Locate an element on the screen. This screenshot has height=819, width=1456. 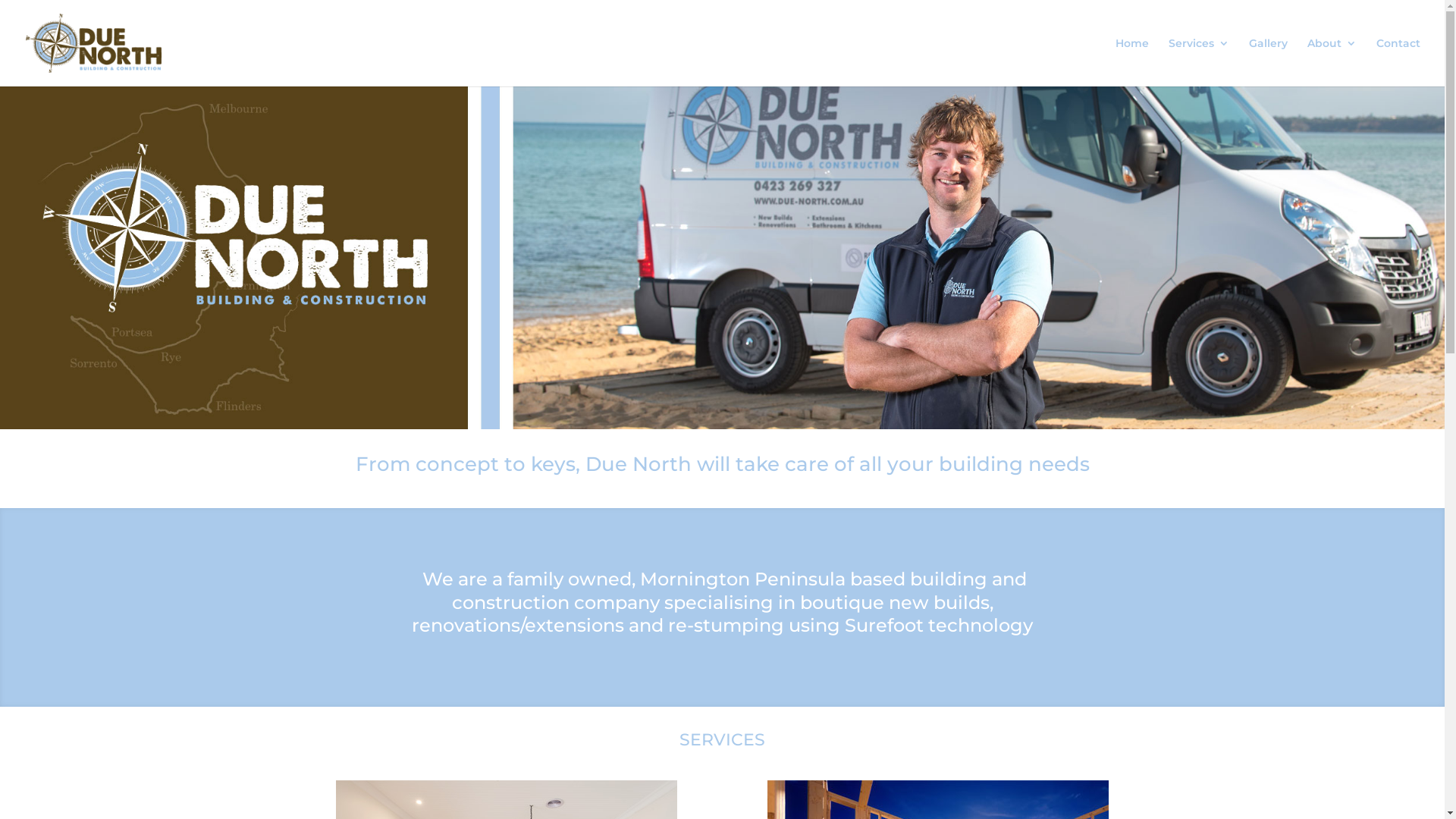
'Home' is located at coordinates (1131, 61).